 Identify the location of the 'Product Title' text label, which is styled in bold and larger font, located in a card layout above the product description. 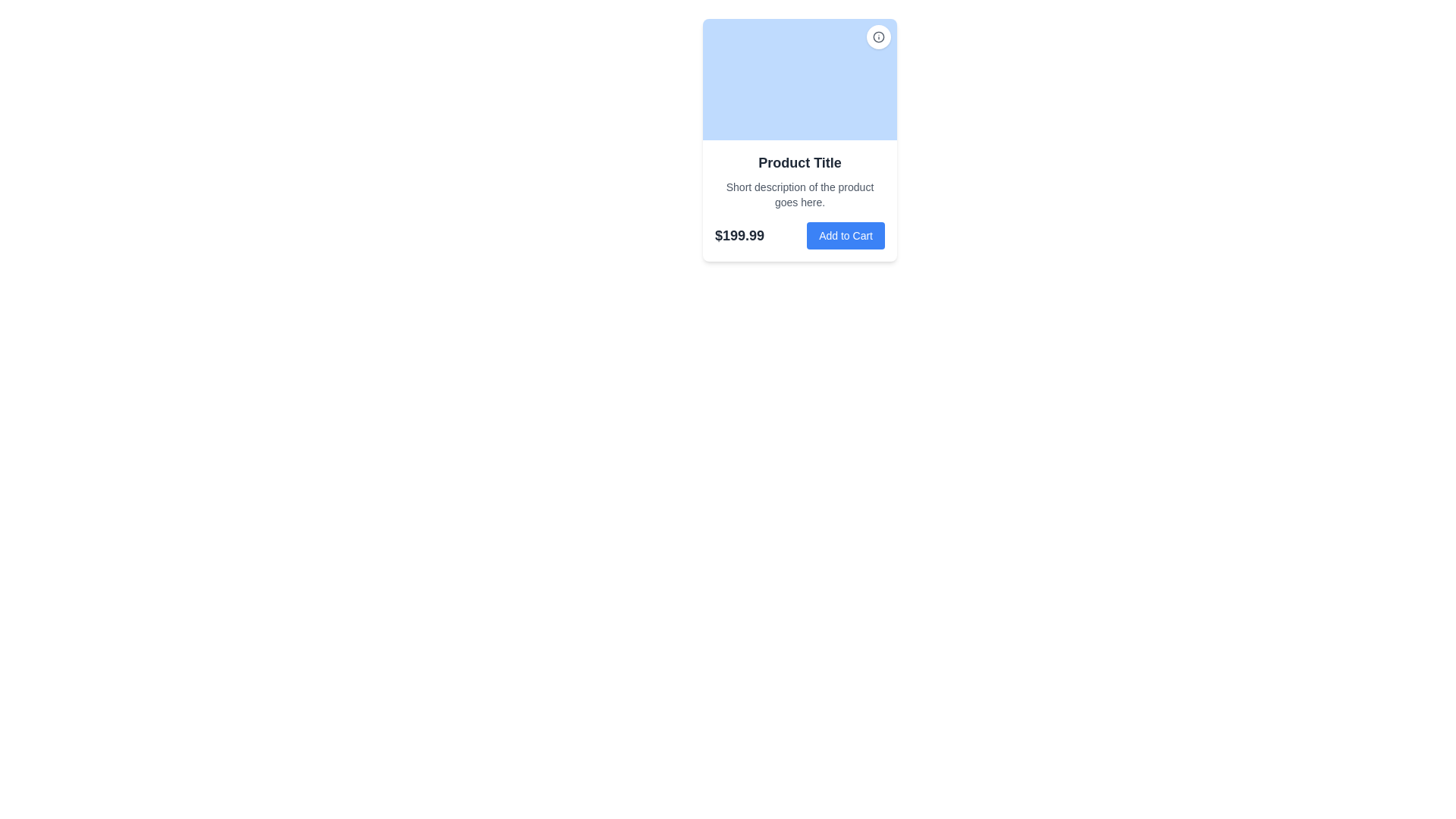
(799, 163).